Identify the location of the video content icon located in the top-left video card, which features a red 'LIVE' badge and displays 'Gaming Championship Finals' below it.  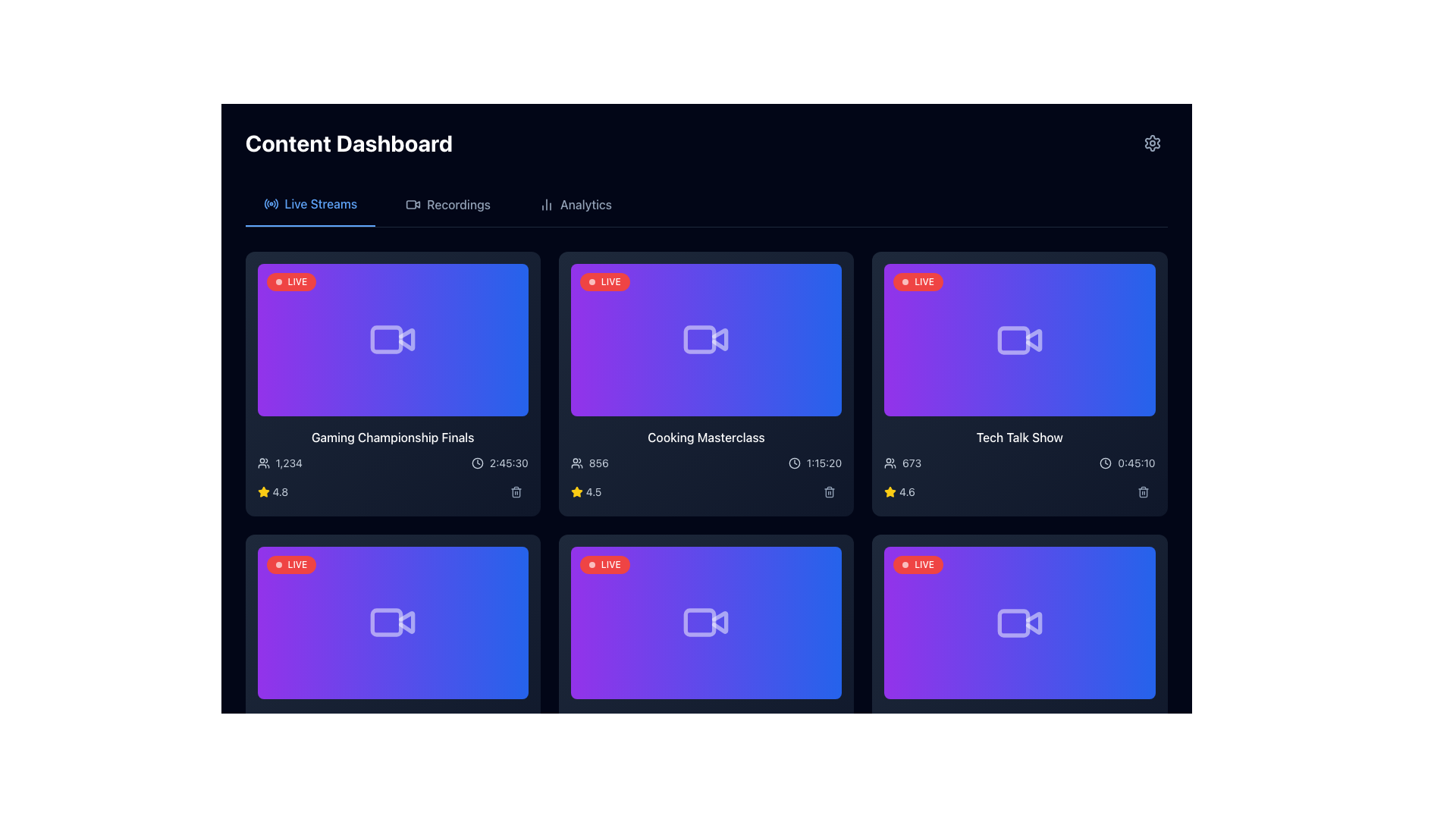
(393, 339).